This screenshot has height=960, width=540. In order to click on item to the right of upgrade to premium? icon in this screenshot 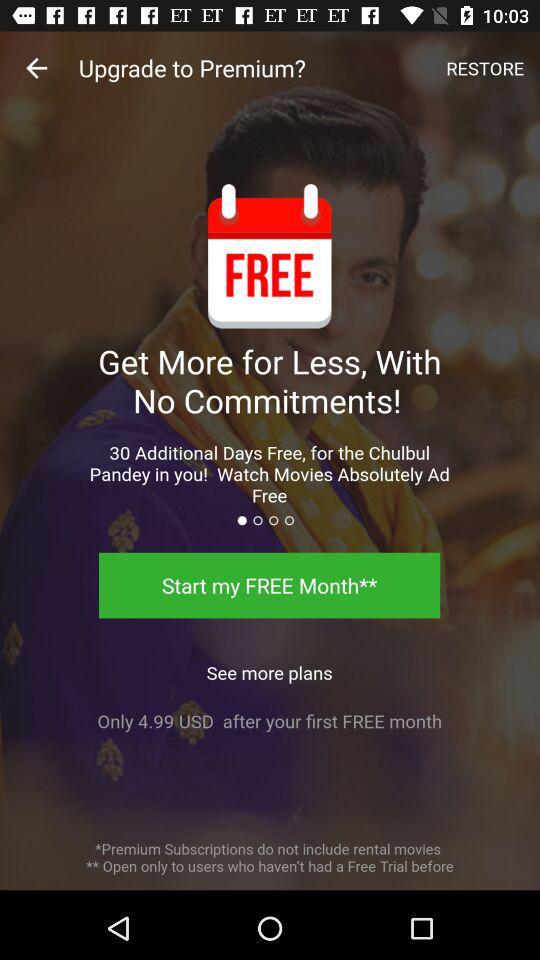, I will do `click(484, 68)`.